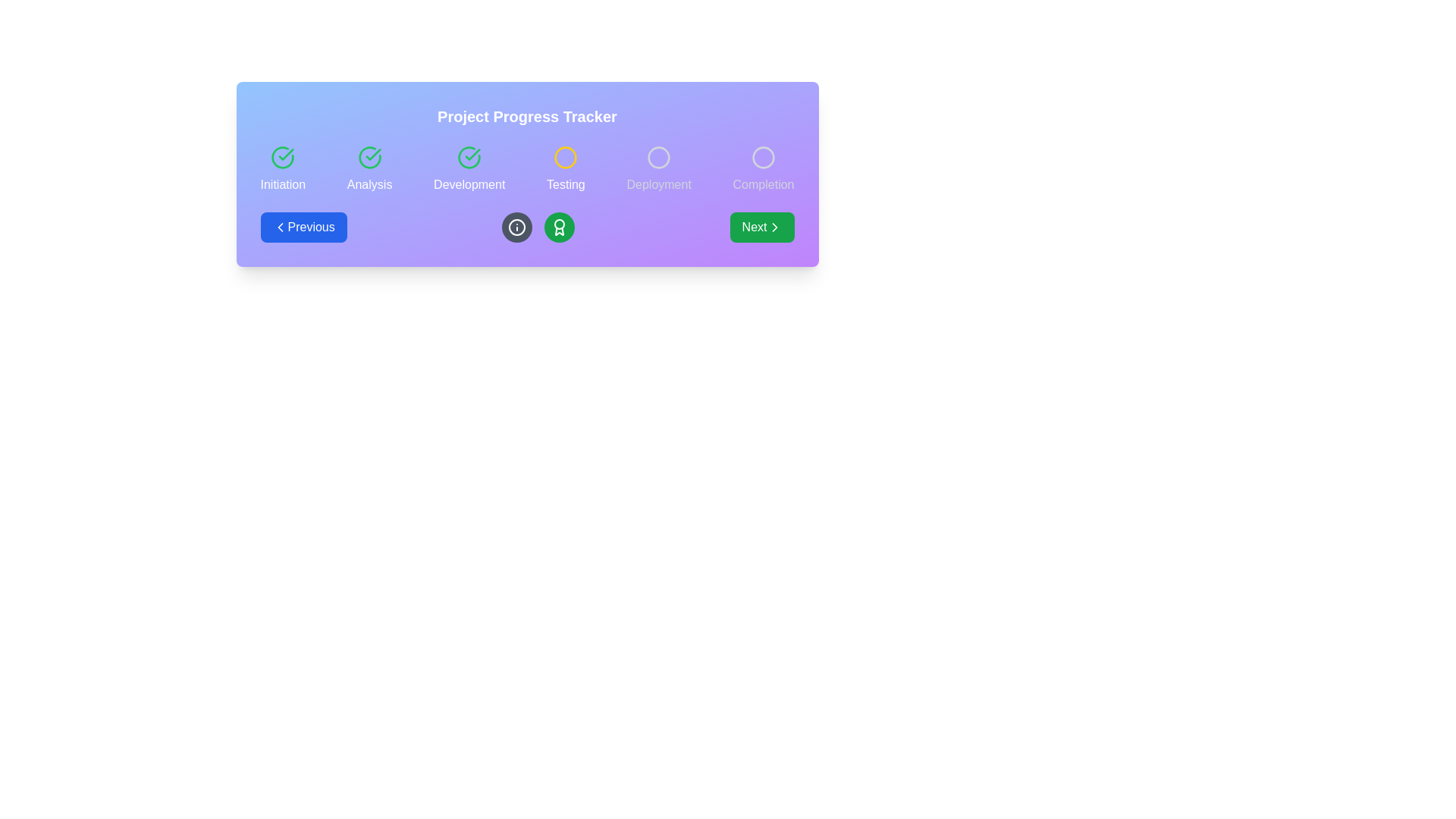 The image size is (1456, 819). I want to click on the 'Testing' phase indicator in the project tracker, so click(565, 169).